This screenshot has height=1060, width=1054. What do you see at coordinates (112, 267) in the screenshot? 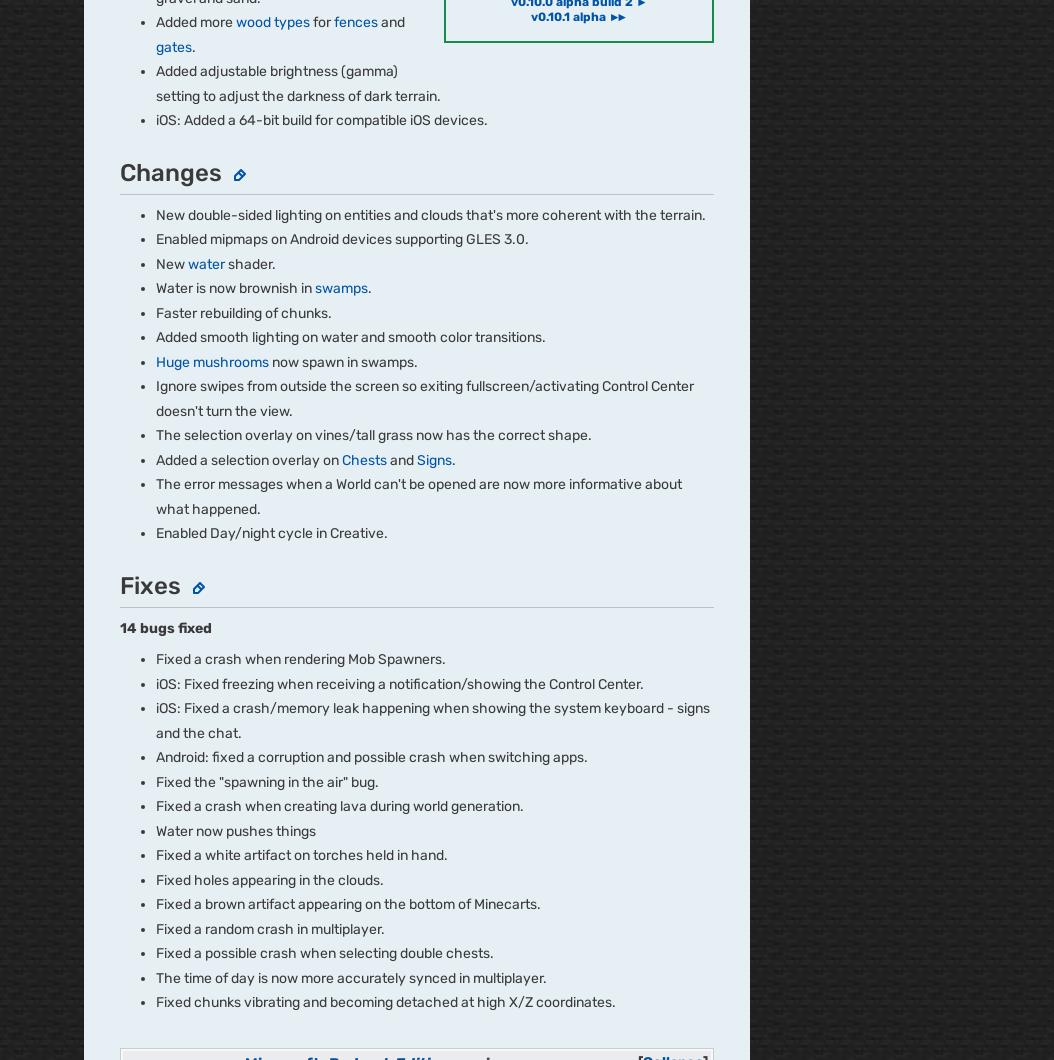
I see `'Muthead'` at bounding box center [112, 267].